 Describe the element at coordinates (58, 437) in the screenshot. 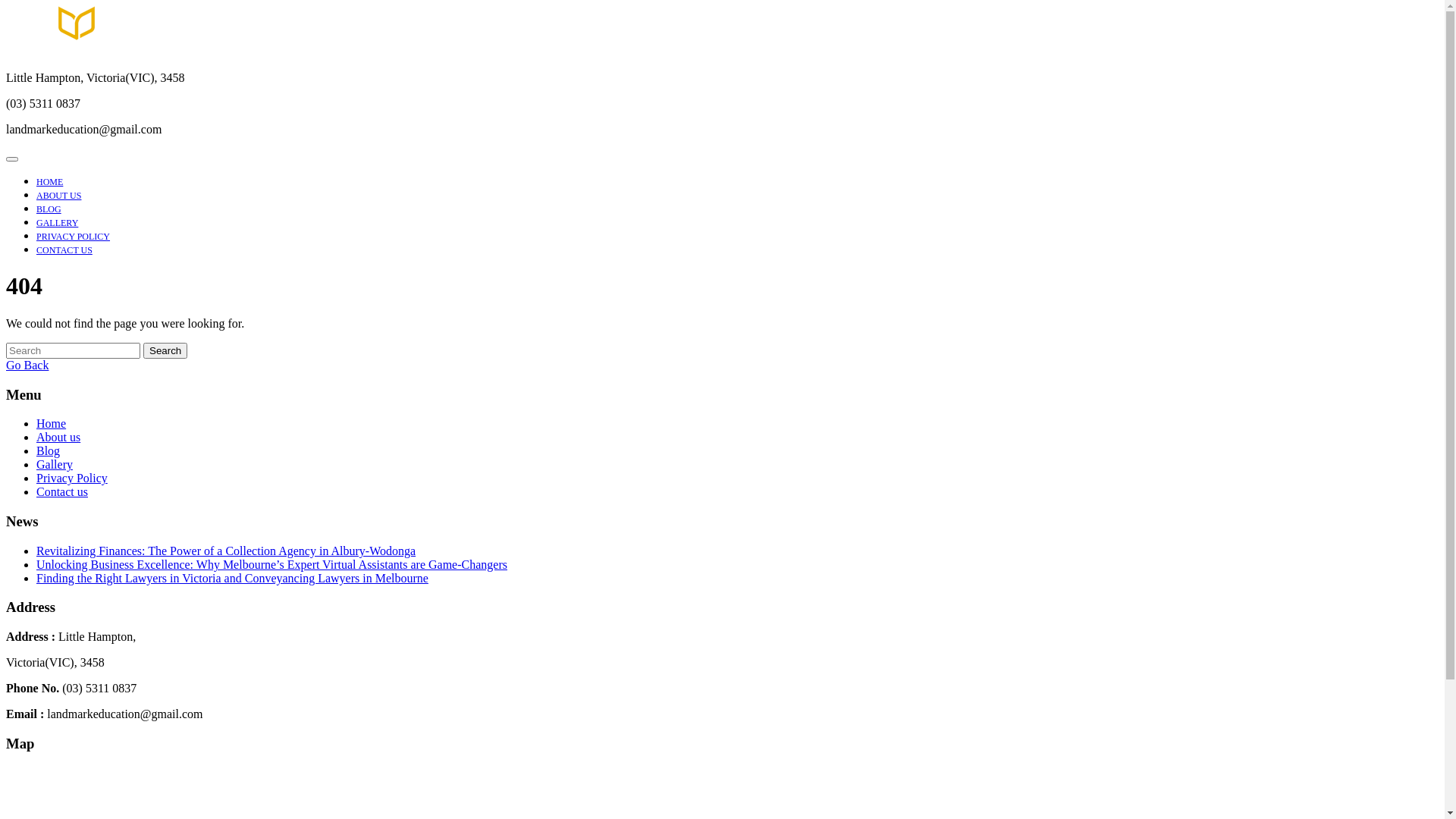

I see `'About us'` at that location.